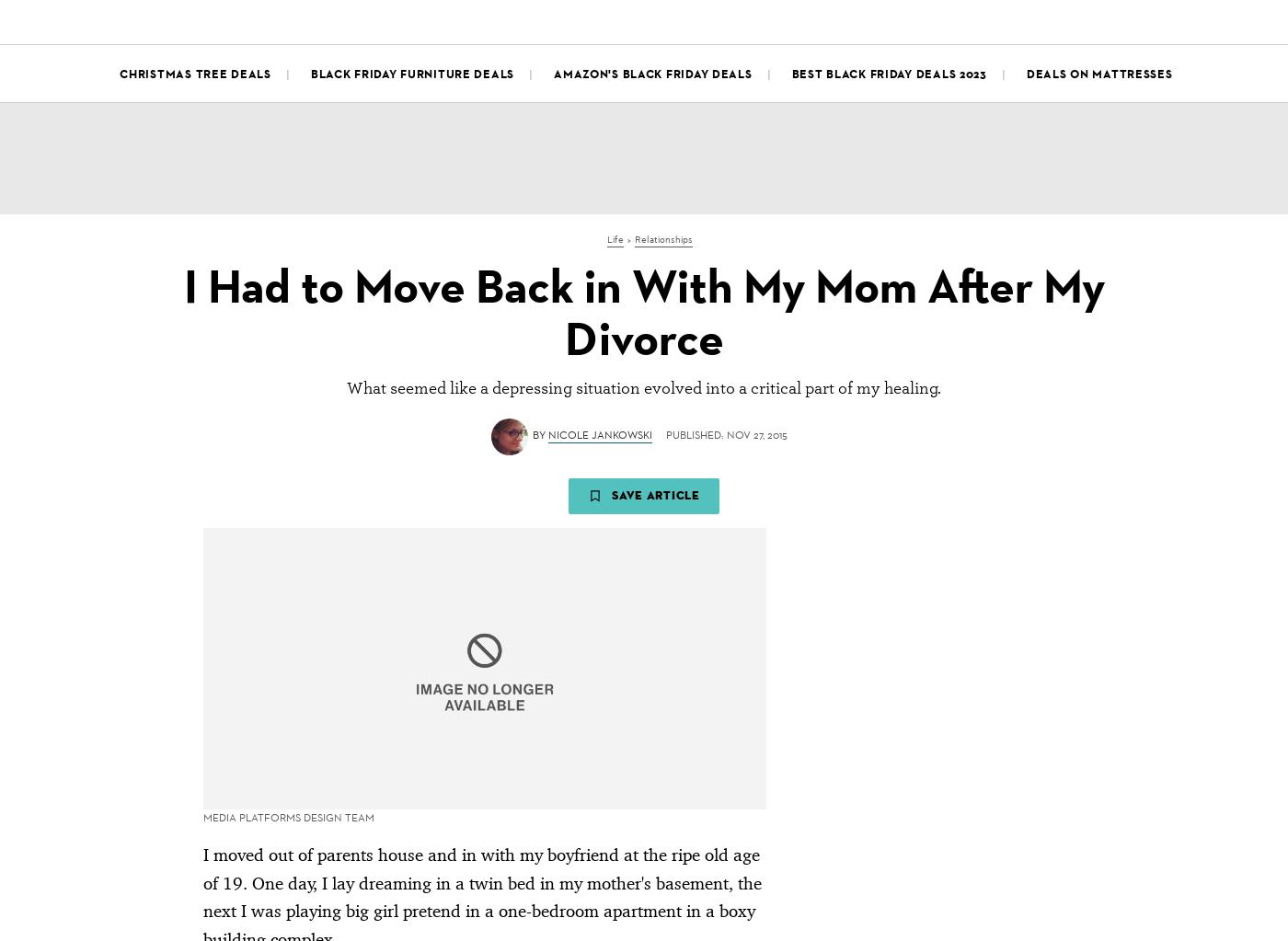 The width and height of the screenshot is (1288, 941). What do you see at coordinates (644, 665) in the screenshot?
I see `'Advertisement - Continue Reading Below'` at bounding box center [644, 665].